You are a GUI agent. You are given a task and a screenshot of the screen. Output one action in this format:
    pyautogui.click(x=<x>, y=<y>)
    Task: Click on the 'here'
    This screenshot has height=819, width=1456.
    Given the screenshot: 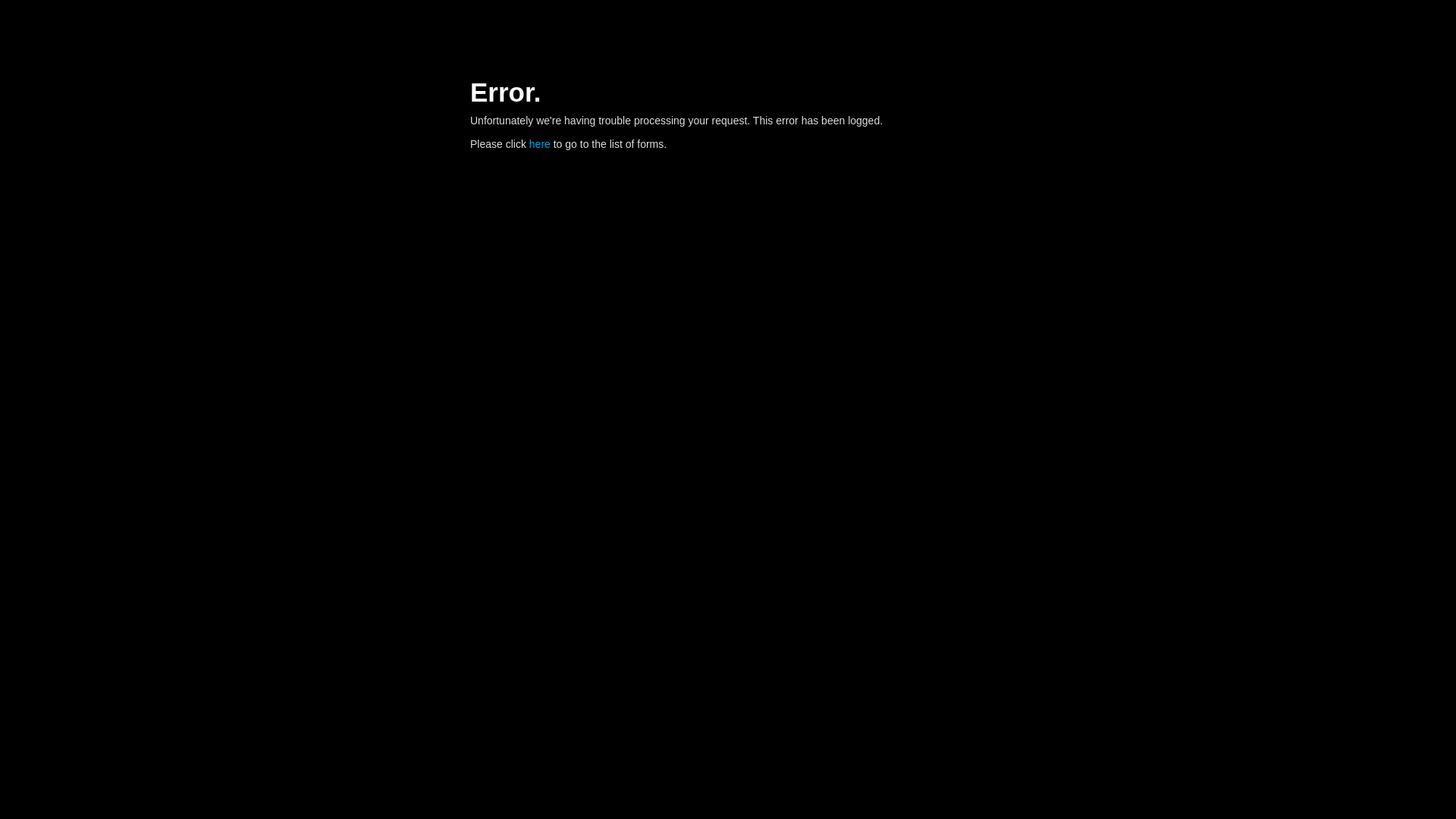 What is the action you would take?
    pyautogui.click(x=539, y=143)
    